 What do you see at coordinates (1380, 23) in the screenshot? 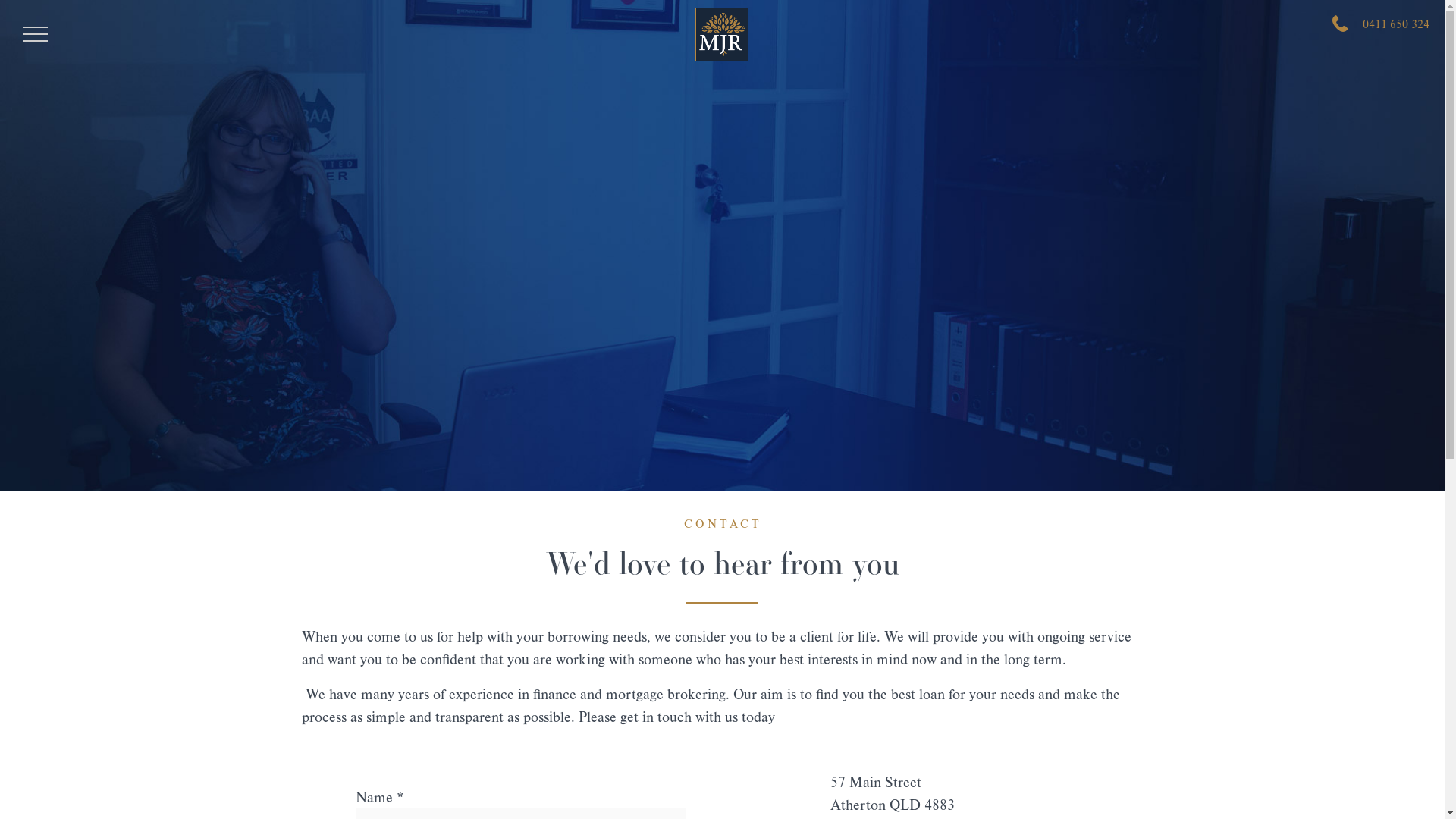
I see `'0411 650 324'` at bounding box center [1380, 23].